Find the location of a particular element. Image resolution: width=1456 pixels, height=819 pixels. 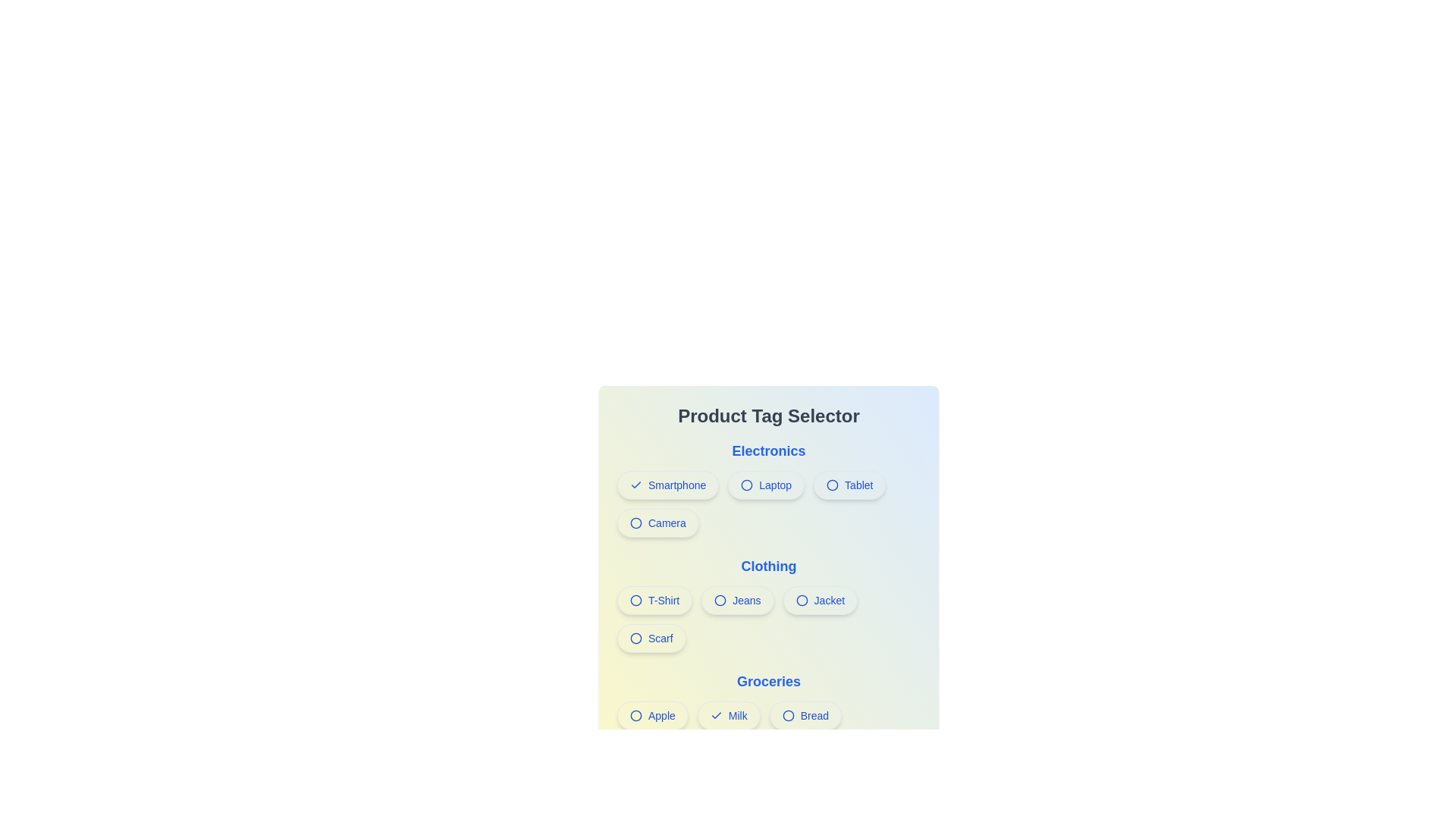

the SVG graphical element representing the 'Camera' option within the 'Electronics' category in the product tag selector interface is located at coordinates (636, 522).